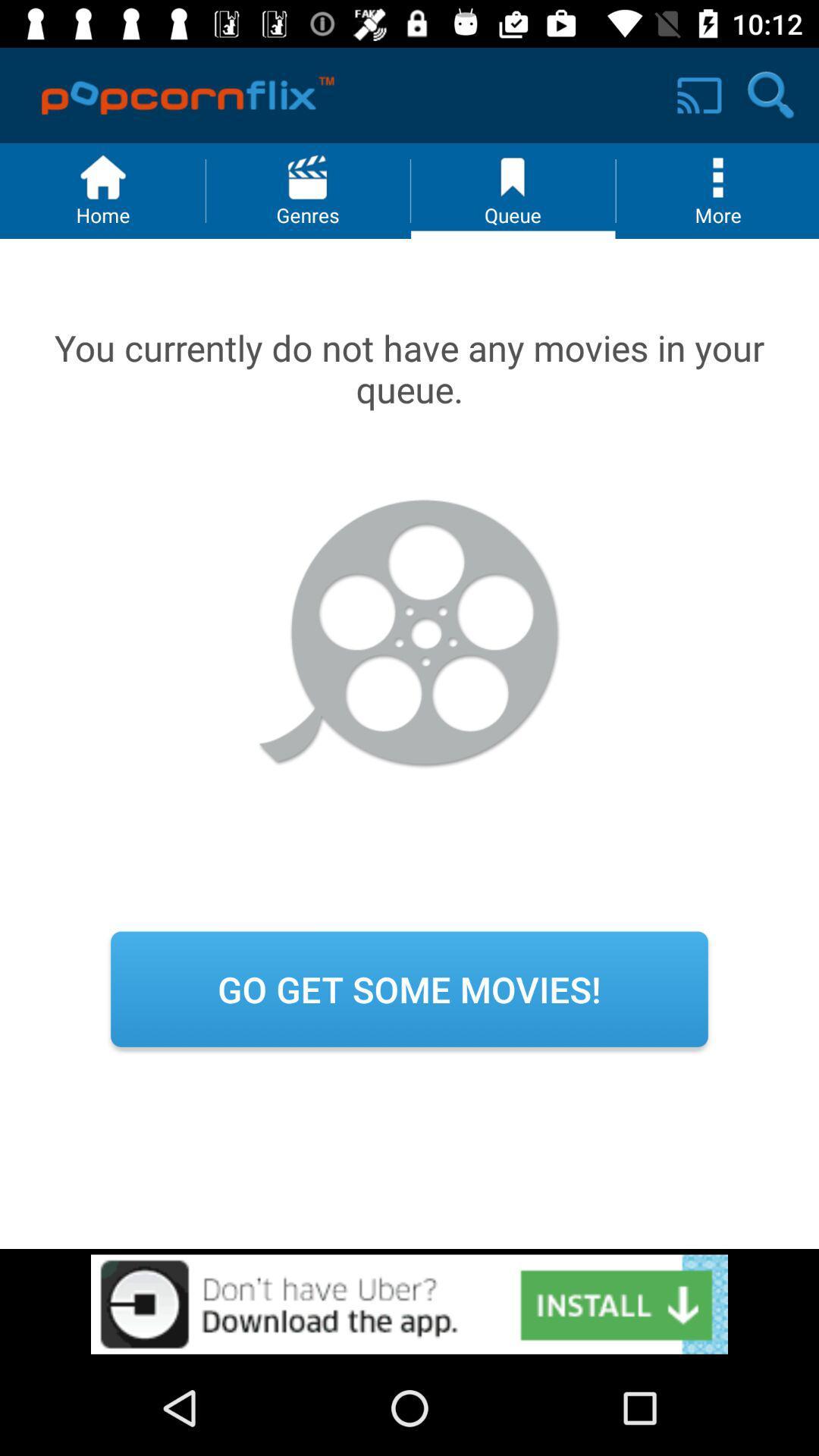 This screenshot has height=1456, width=819. I want to click on symbol above generes, so click(307, 177).